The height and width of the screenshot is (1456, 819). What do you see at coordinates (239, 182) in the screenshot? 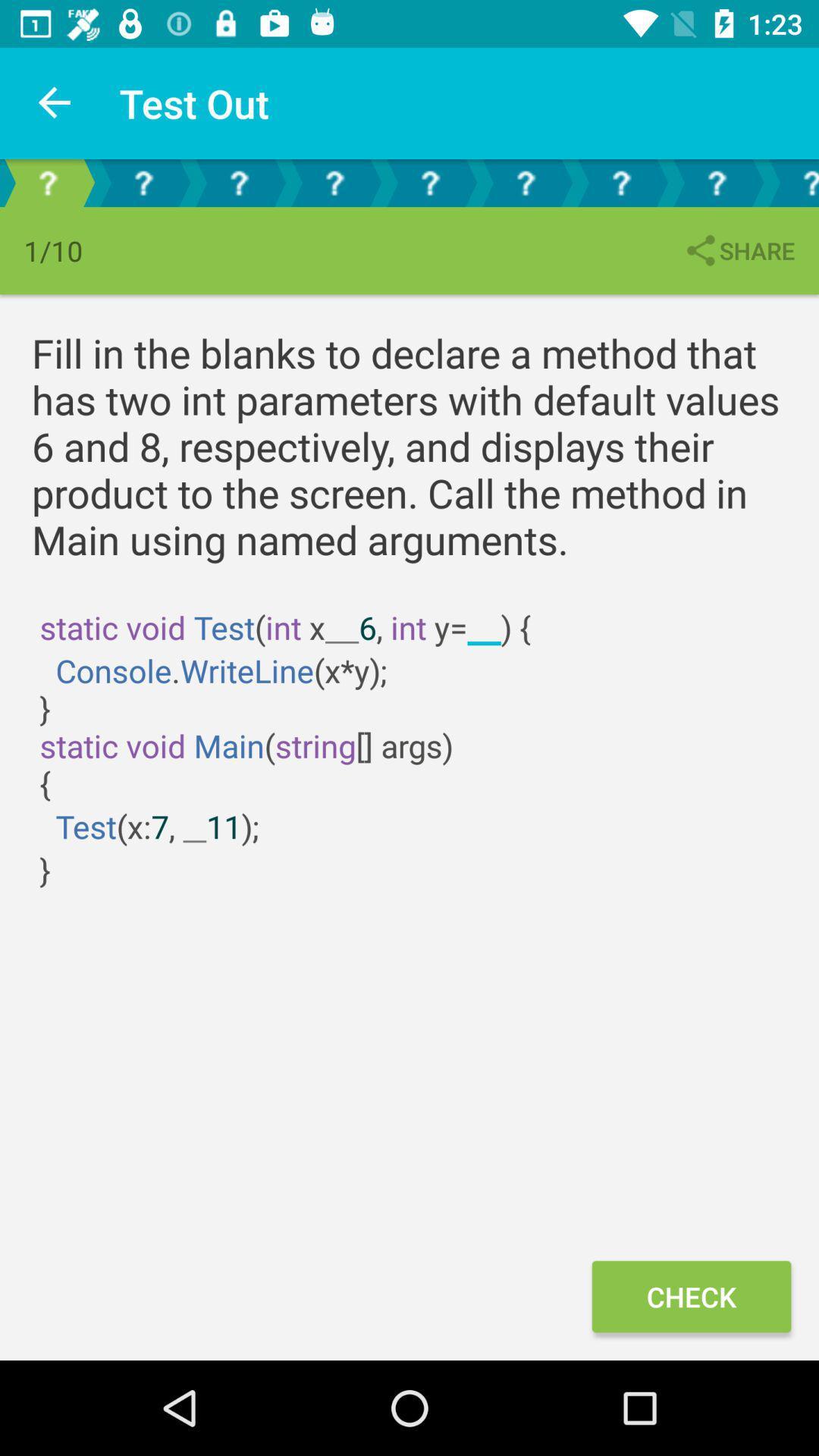
I see `the help icon` at bounding box center [239, 182].